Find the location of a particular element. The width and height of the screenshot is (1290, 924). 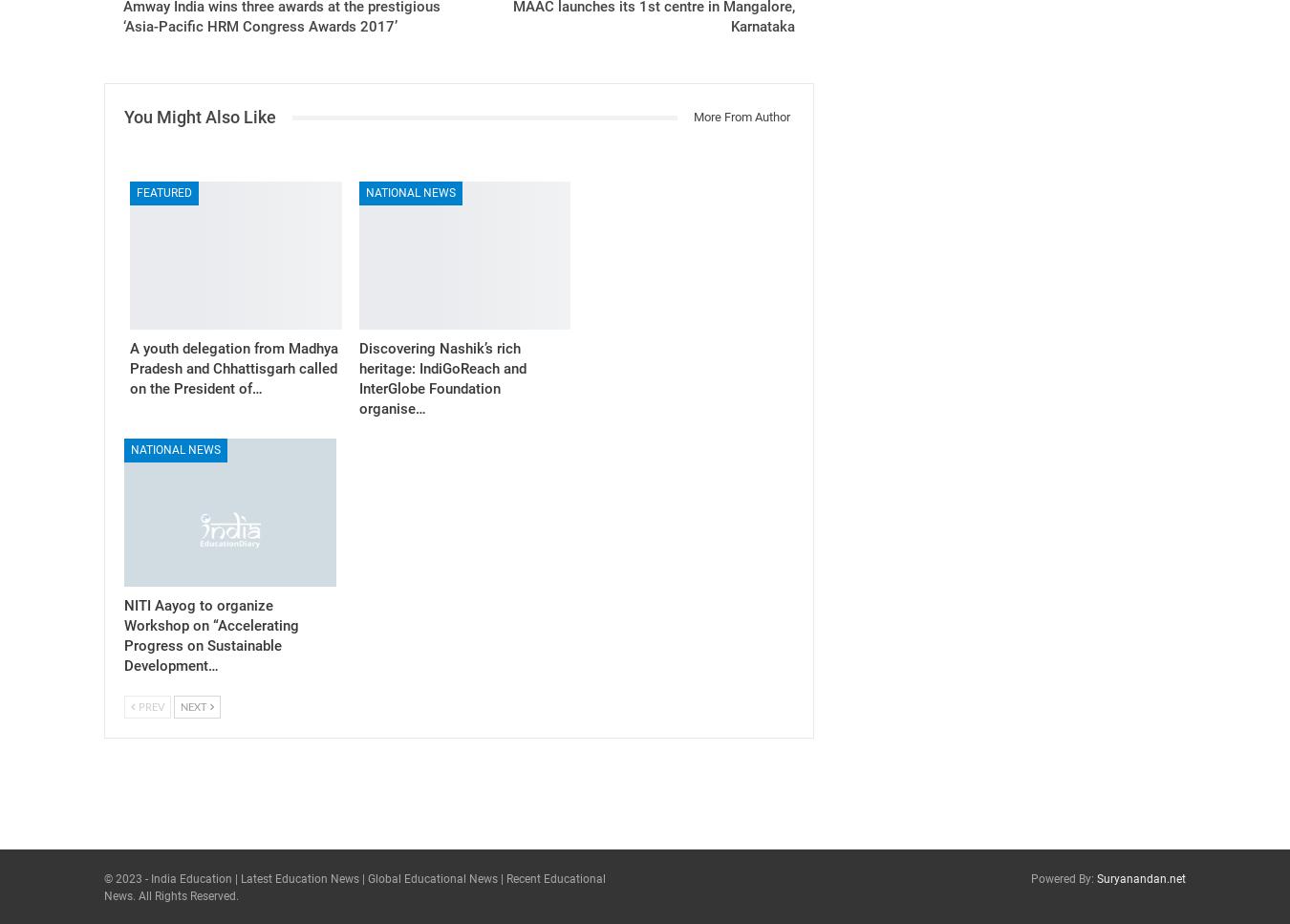

'Prev' is located at coordinates (136, 705).